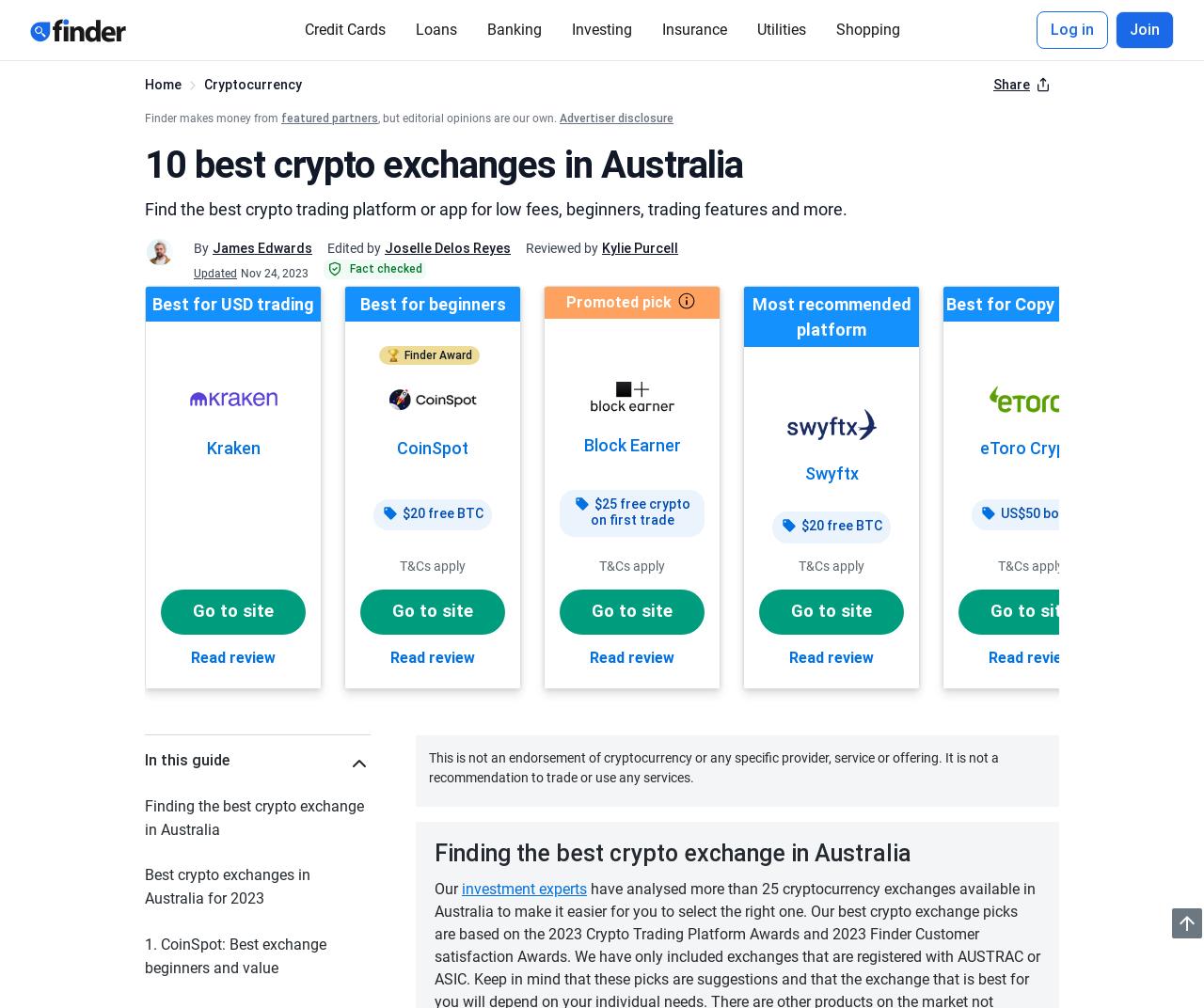  I want to click on 'Home', so click(163, 85).